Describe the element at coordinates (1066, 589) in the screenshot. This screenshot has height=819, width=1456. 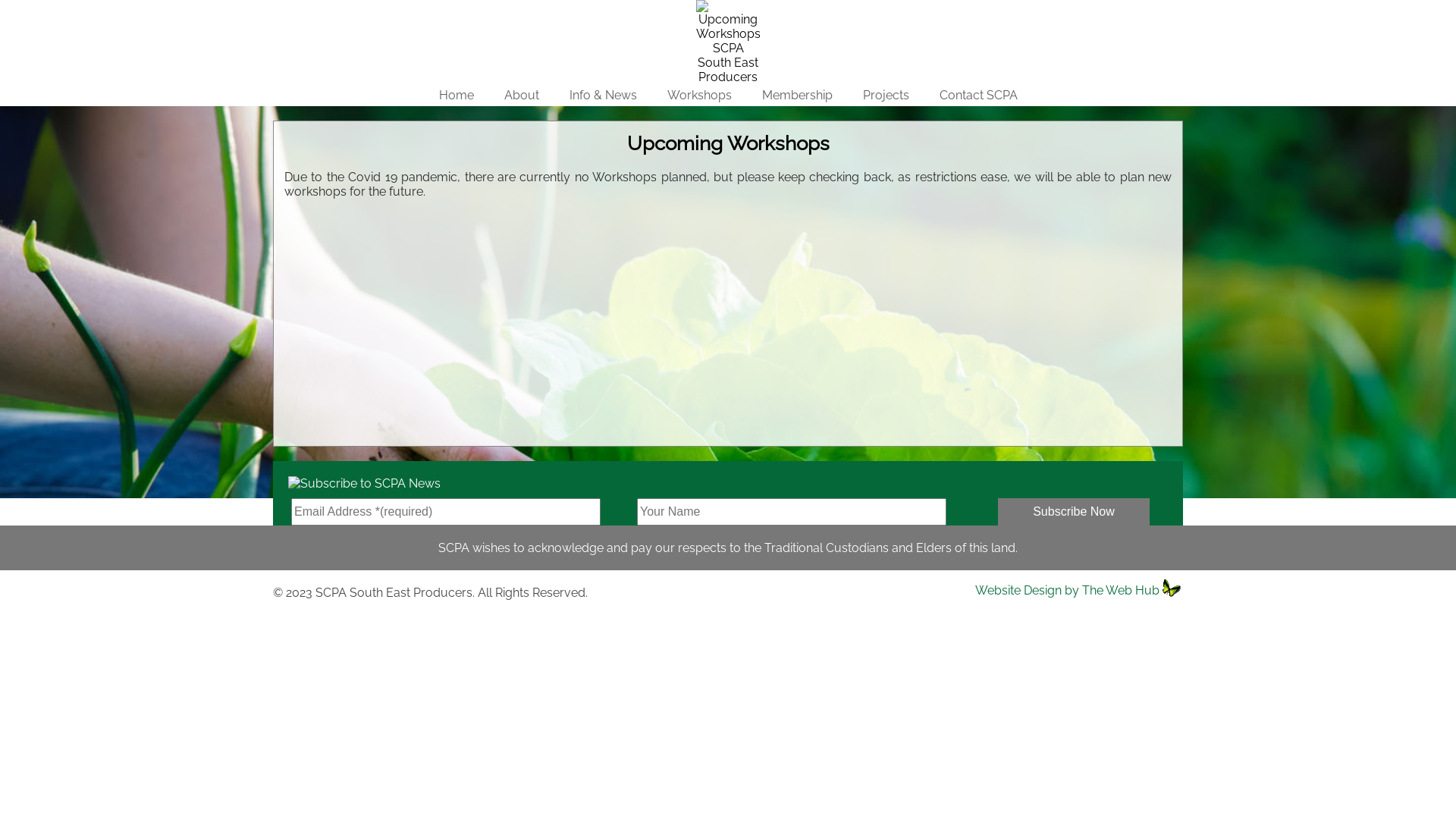
I see `'Website Design by The Web Hub'` at that location.